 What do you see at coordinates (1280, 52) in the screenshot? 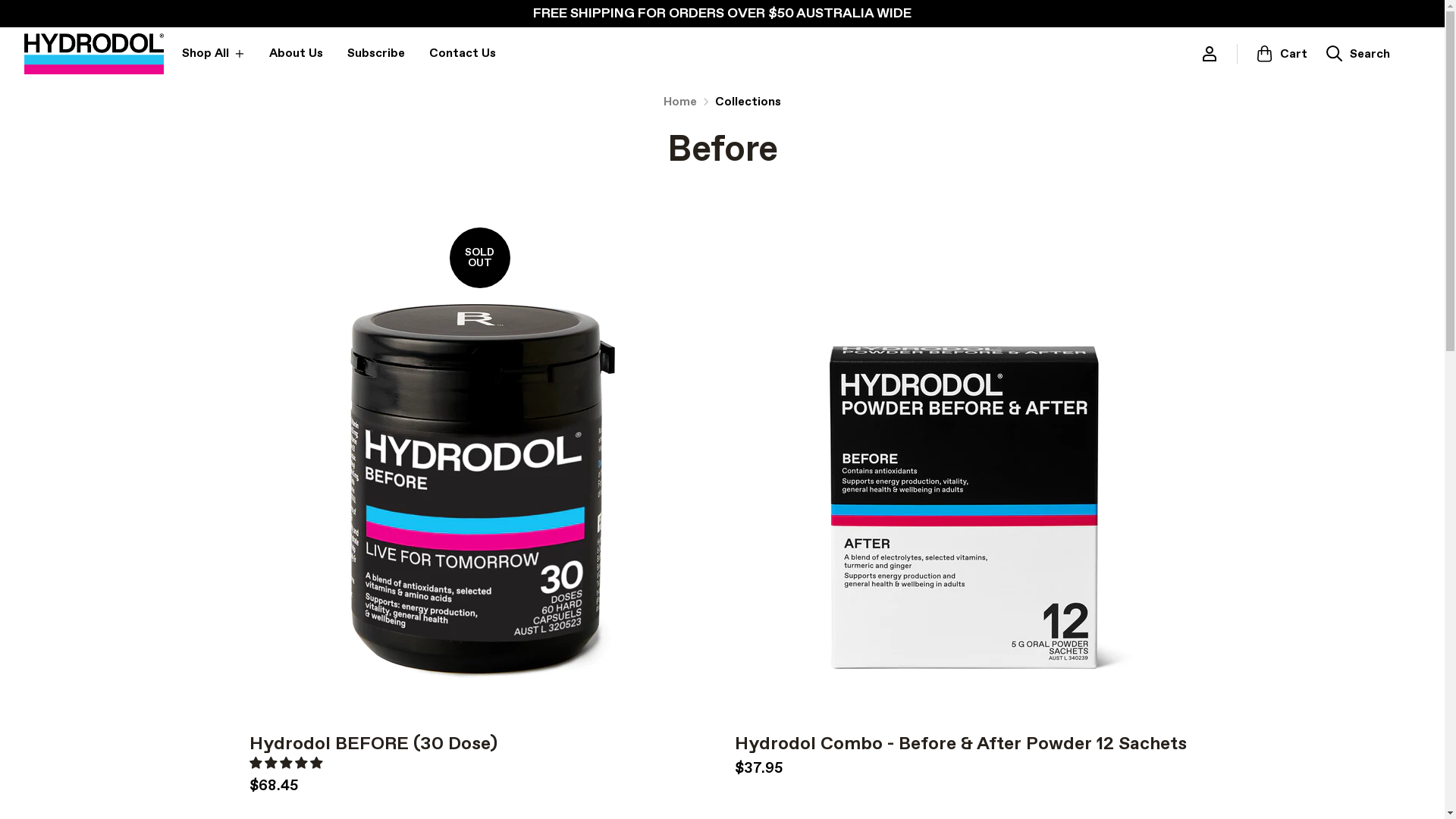
I see `'Cart'` at bounding box center [1280, 52].